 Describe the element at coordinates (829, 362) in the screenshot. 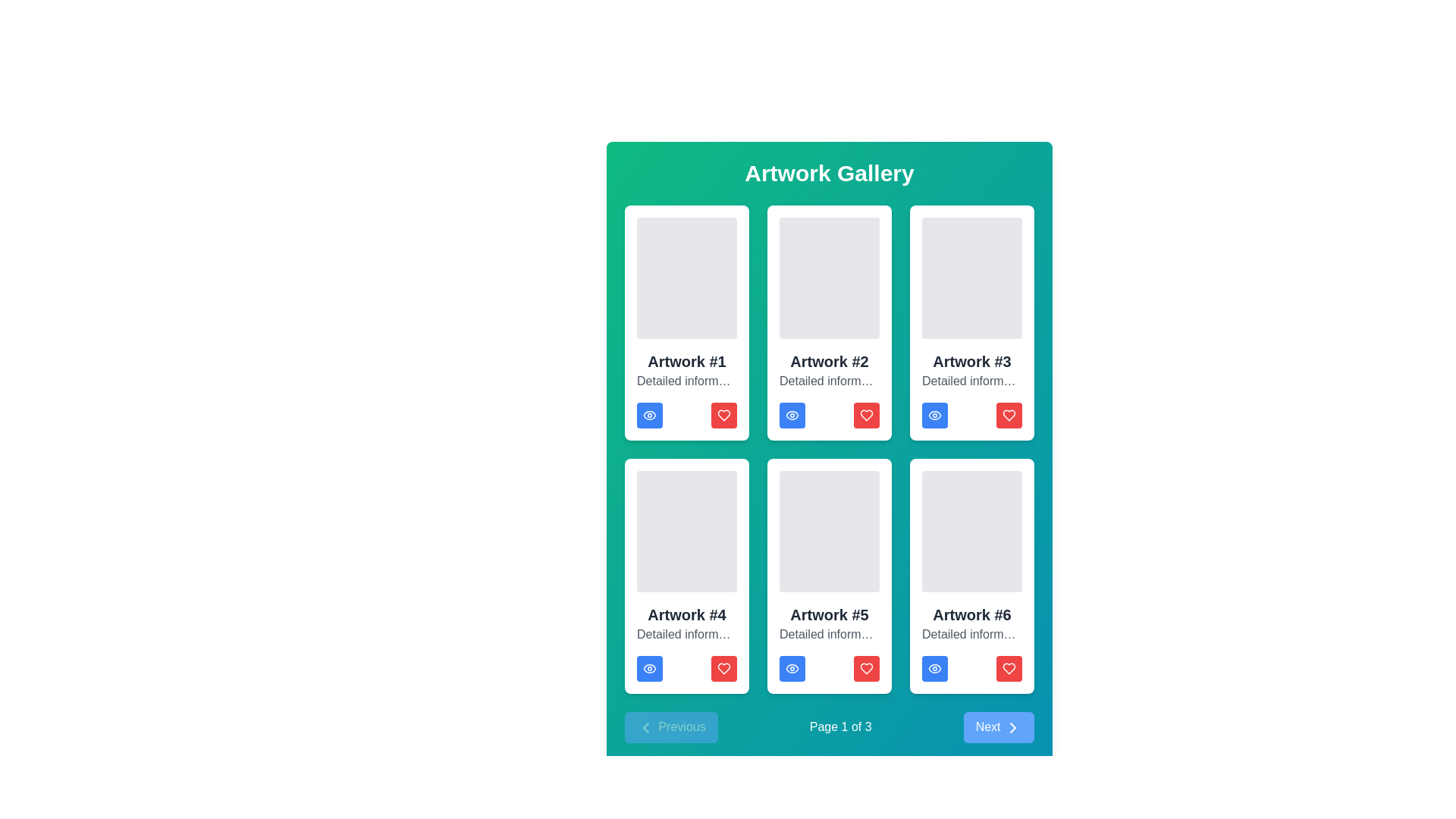

I see `the text label that serves as the title of the artwork, located below the thumbnail image and above the description in the second item of the grid layout, which is horizontally centered in its grid cell` at that location.